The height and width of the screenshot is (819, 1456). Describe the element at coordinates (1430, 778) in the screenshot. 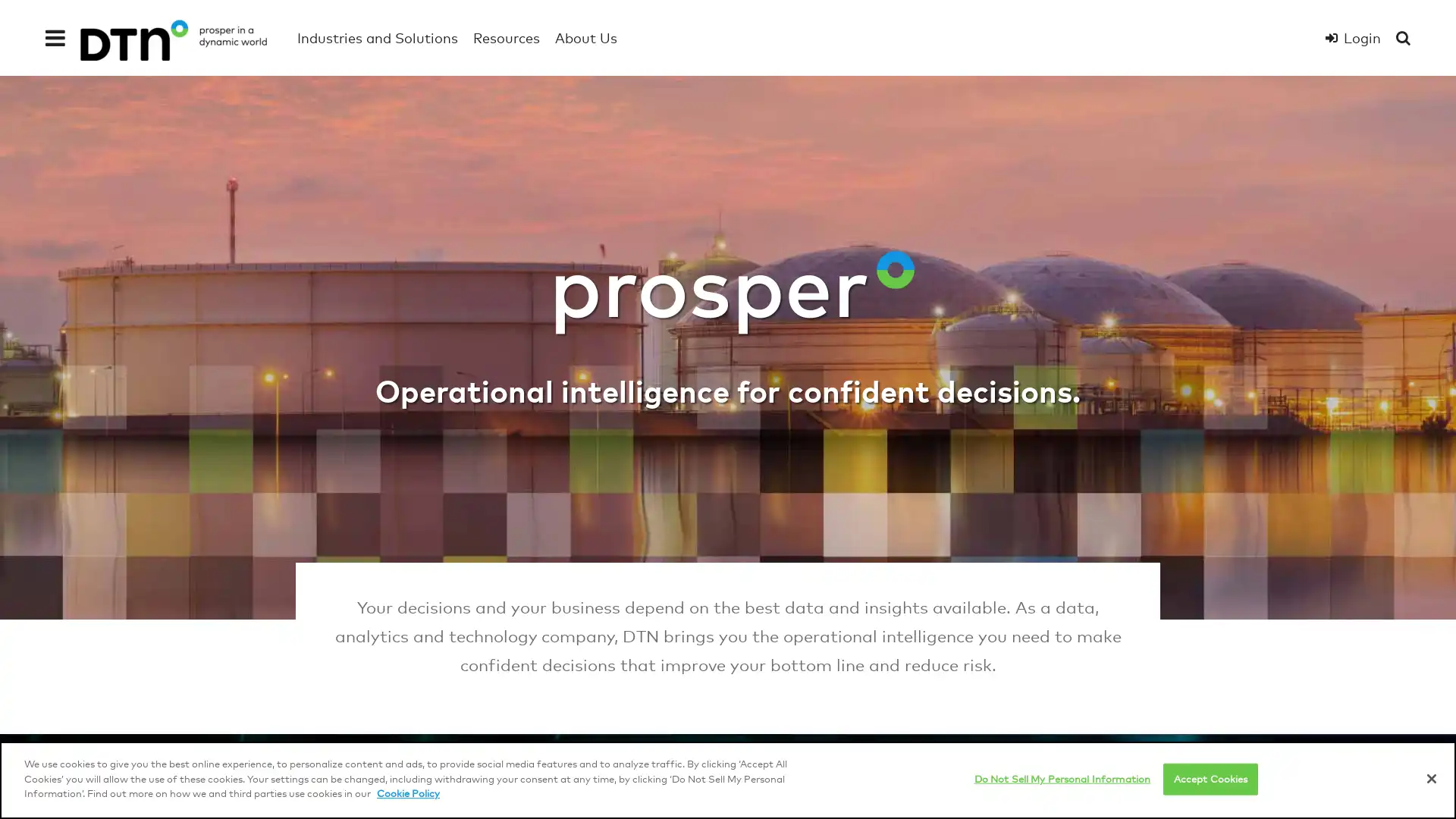

I see `Close` at that location.